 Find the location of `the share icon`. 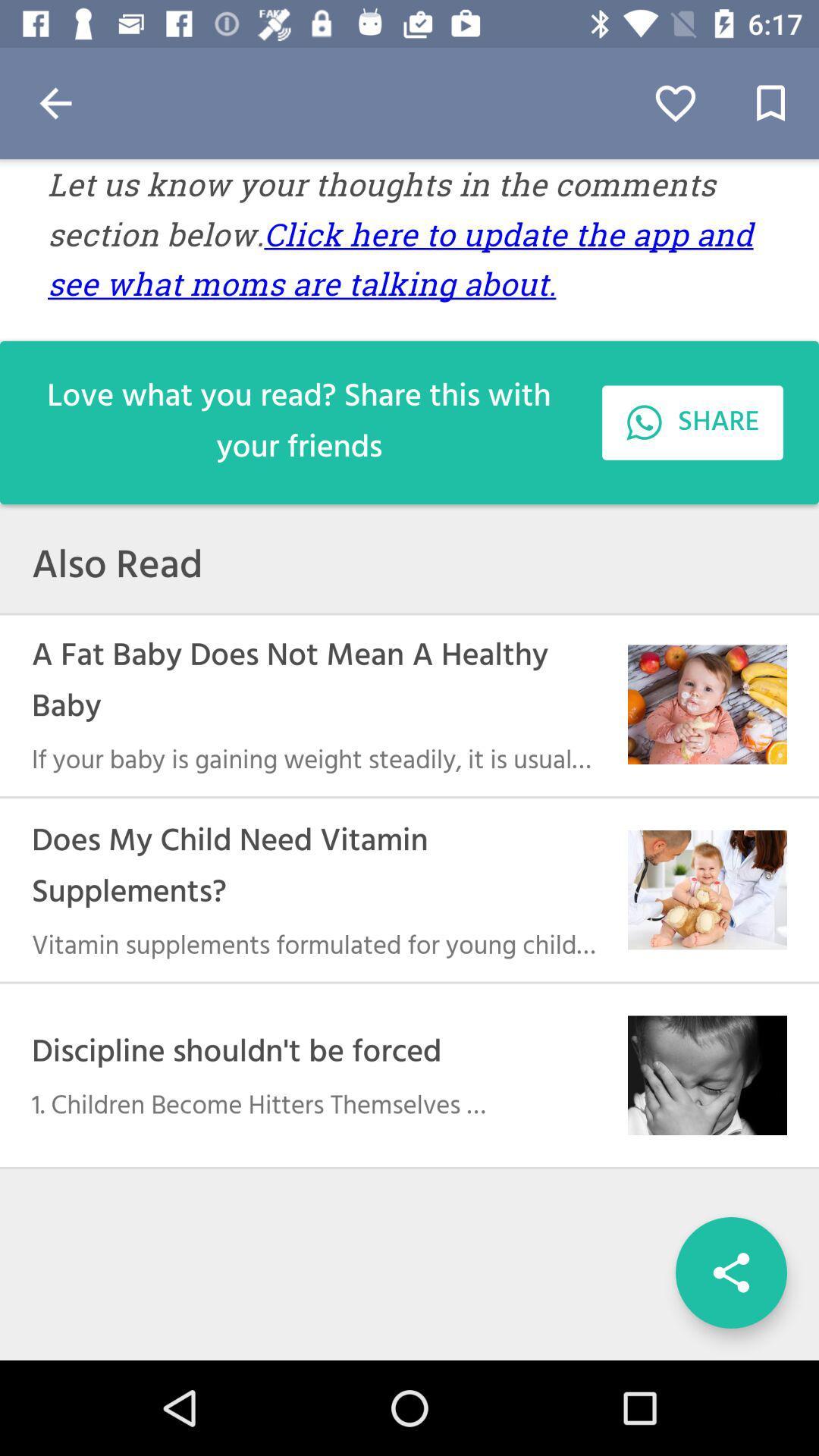

the share icon is located at coordinates (730, 1272).